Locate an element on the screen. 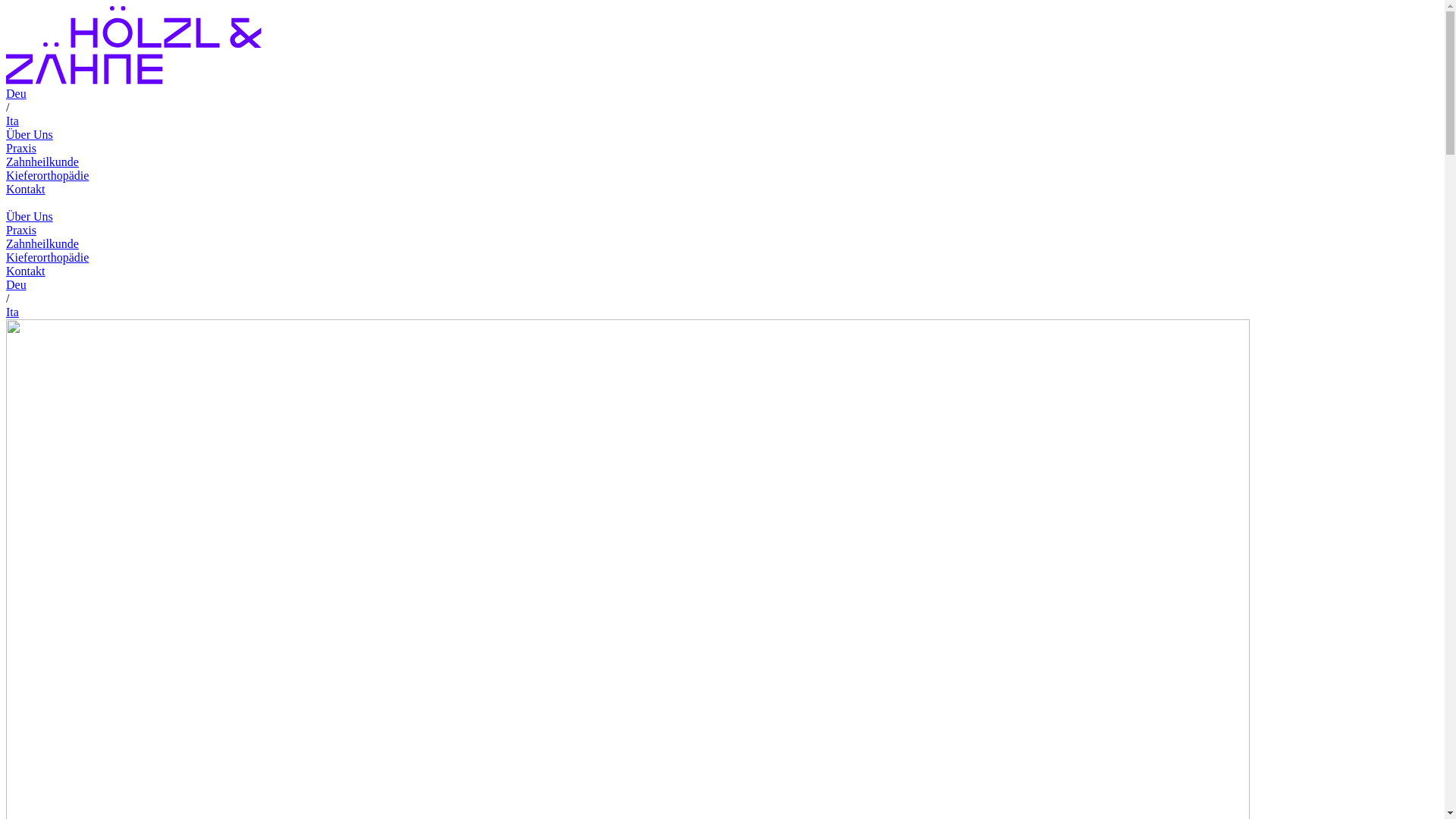  'Kontakt' is located at coordinates (25, 270).